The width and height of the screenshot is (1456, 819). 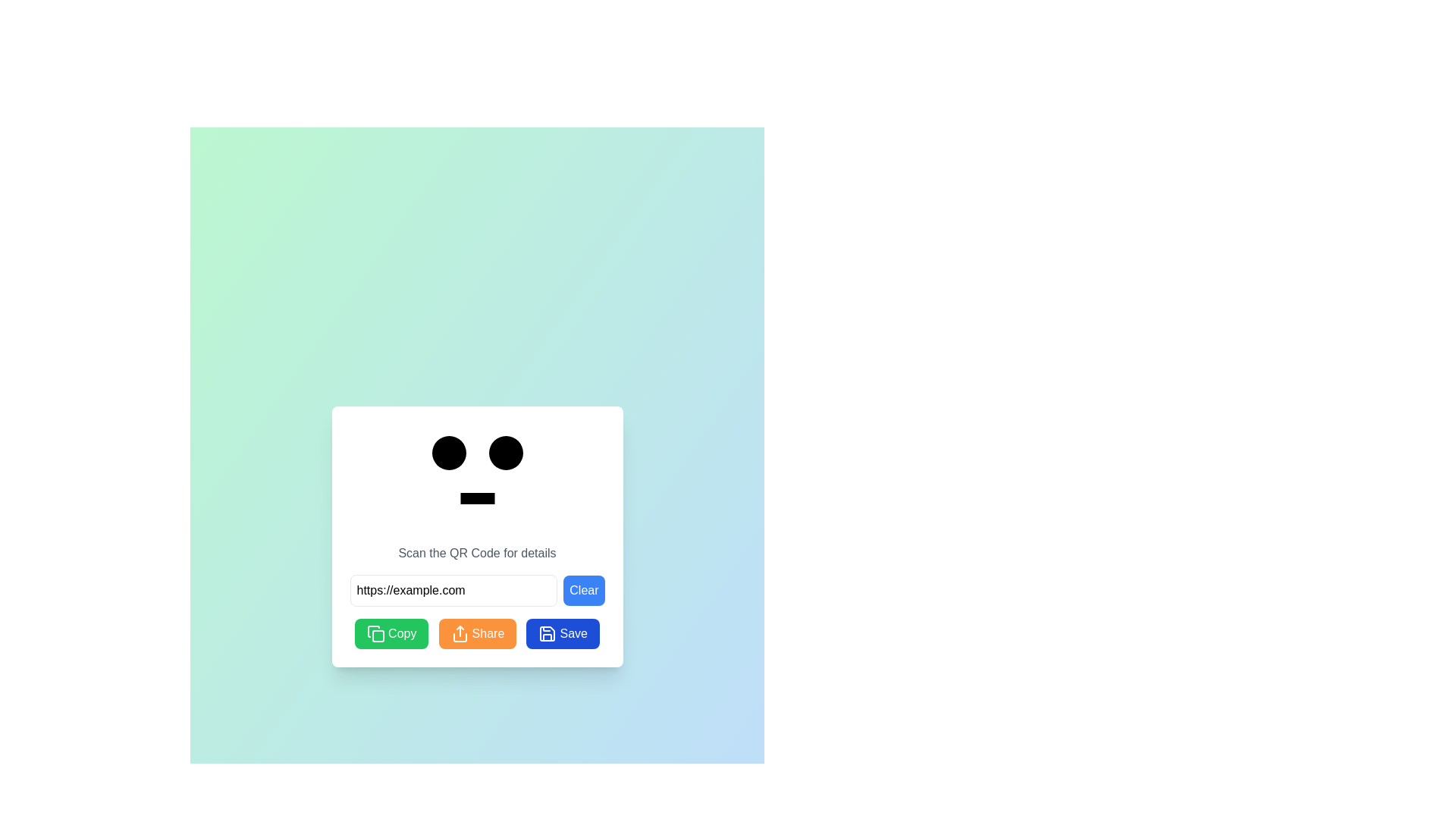 I want to click on the decorative component within the 'Copy' button icon, which is a rounded rectangle with dimensions 14x14 pixels, located on a green background, so click(x=378, y=636).